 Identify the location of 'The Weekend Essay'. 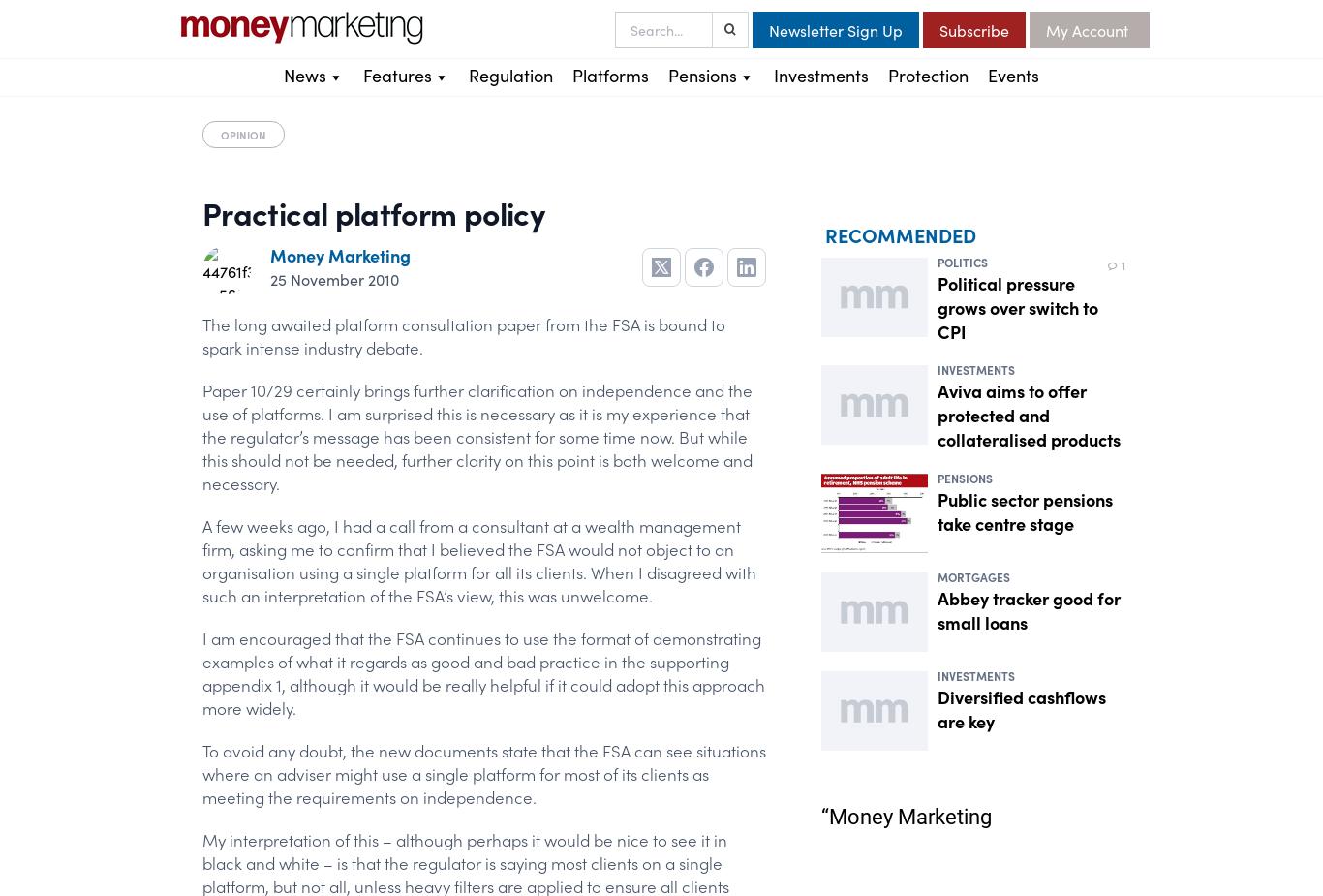
(431, 243).